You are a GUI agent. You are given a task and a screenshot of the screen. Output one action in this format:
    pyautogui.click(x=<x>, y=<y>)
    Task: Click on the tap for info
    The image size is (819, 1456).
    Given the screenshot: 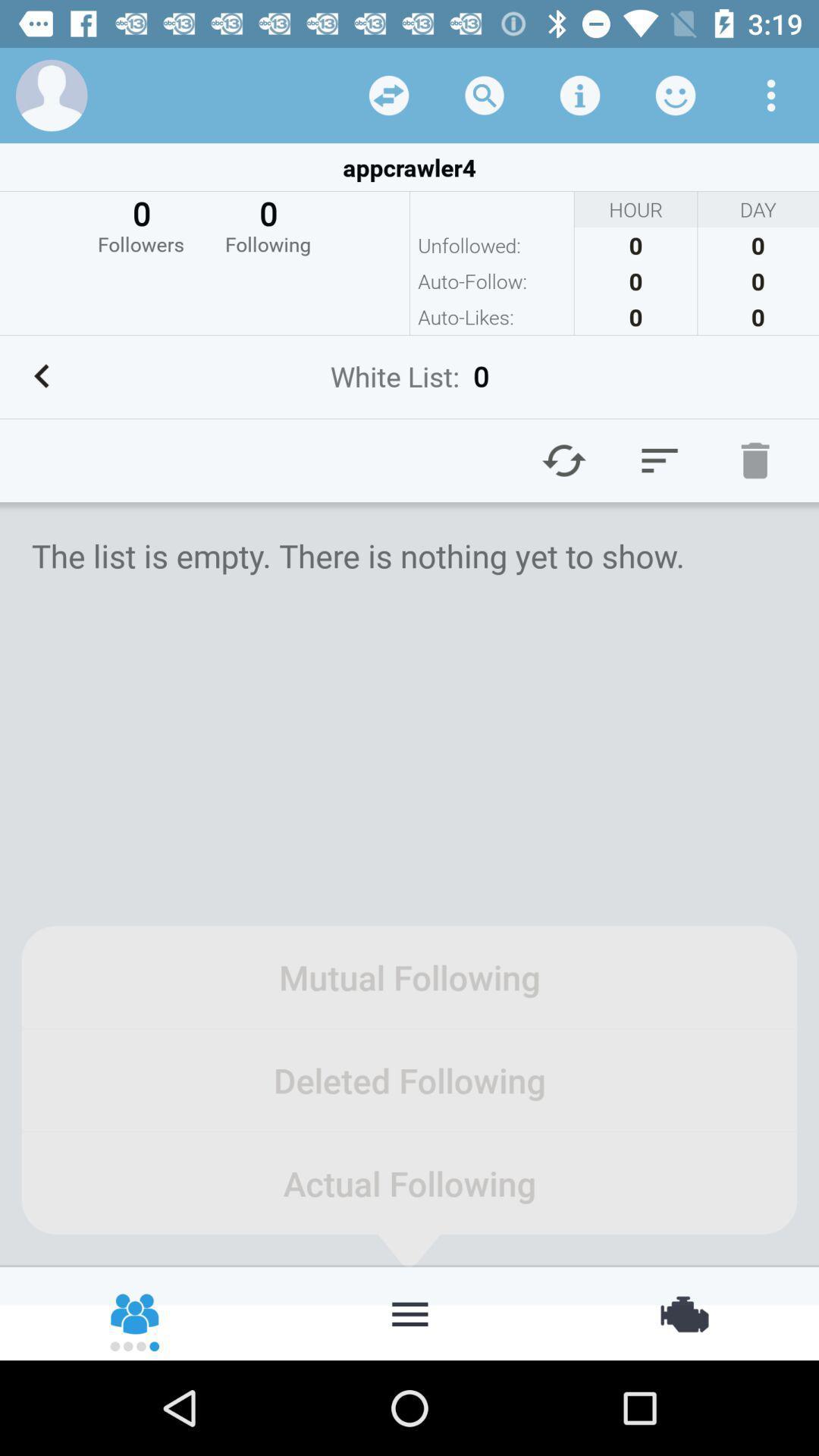 What is the action you would take?
    pyautogui.click(x=579, y=94)
    